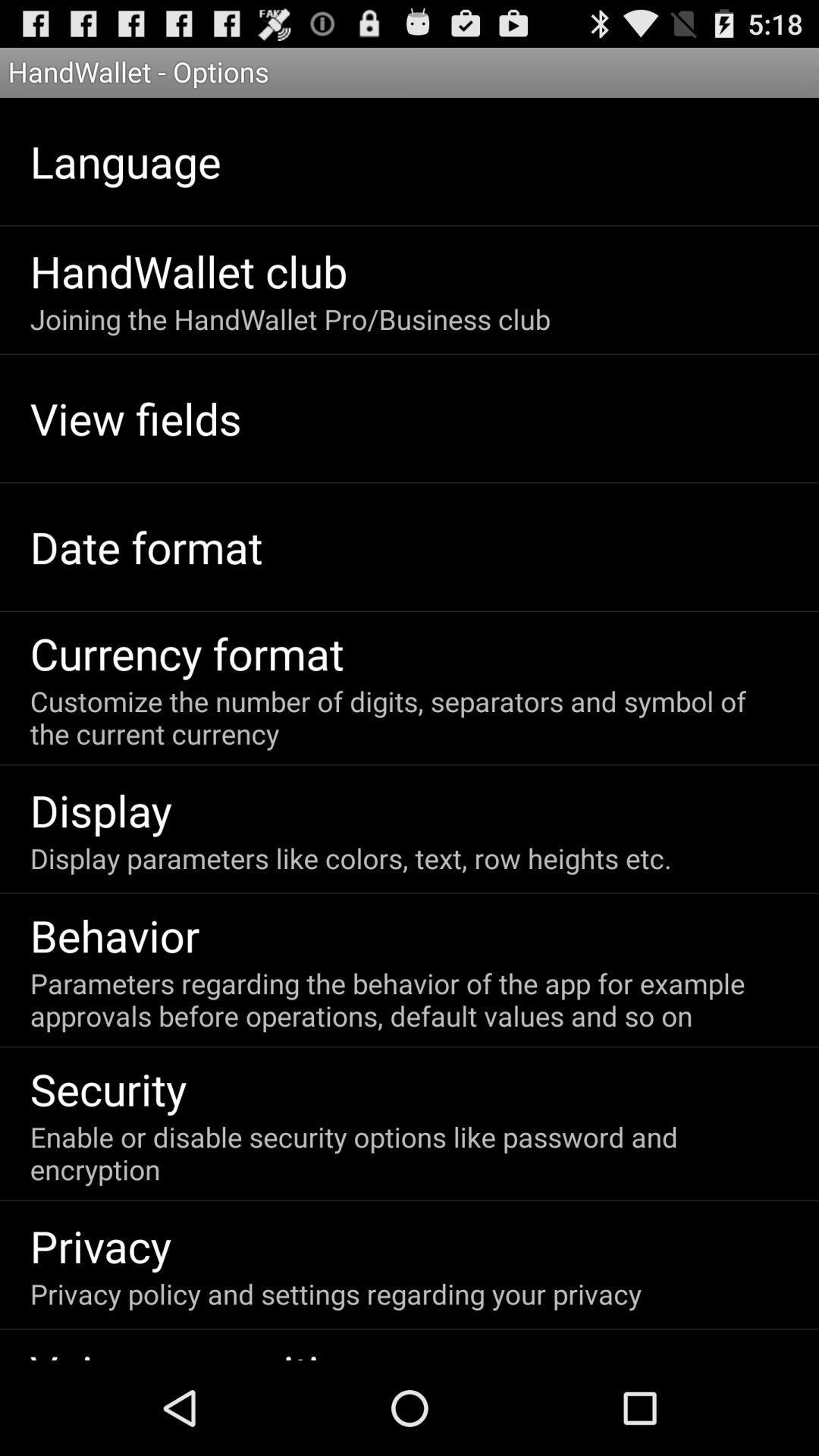 This screenshot has width=819, height=1456. I want to click on the voice recognition app, so click(198, 1351).